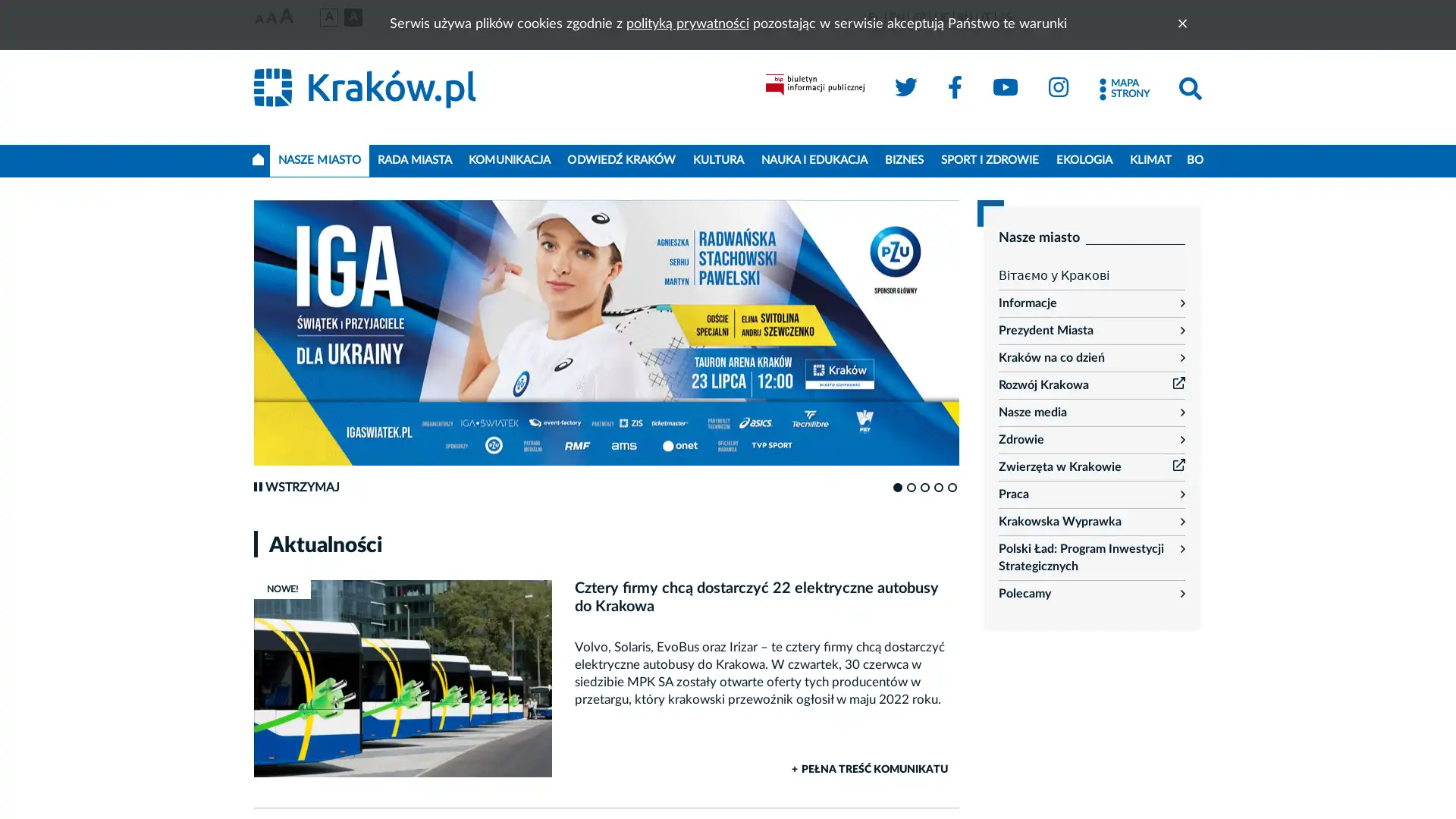 The image size is (1456, 819). Describe the element at coordinates (1189, 89) in the screenshot. I see `Szukaj` at that location.